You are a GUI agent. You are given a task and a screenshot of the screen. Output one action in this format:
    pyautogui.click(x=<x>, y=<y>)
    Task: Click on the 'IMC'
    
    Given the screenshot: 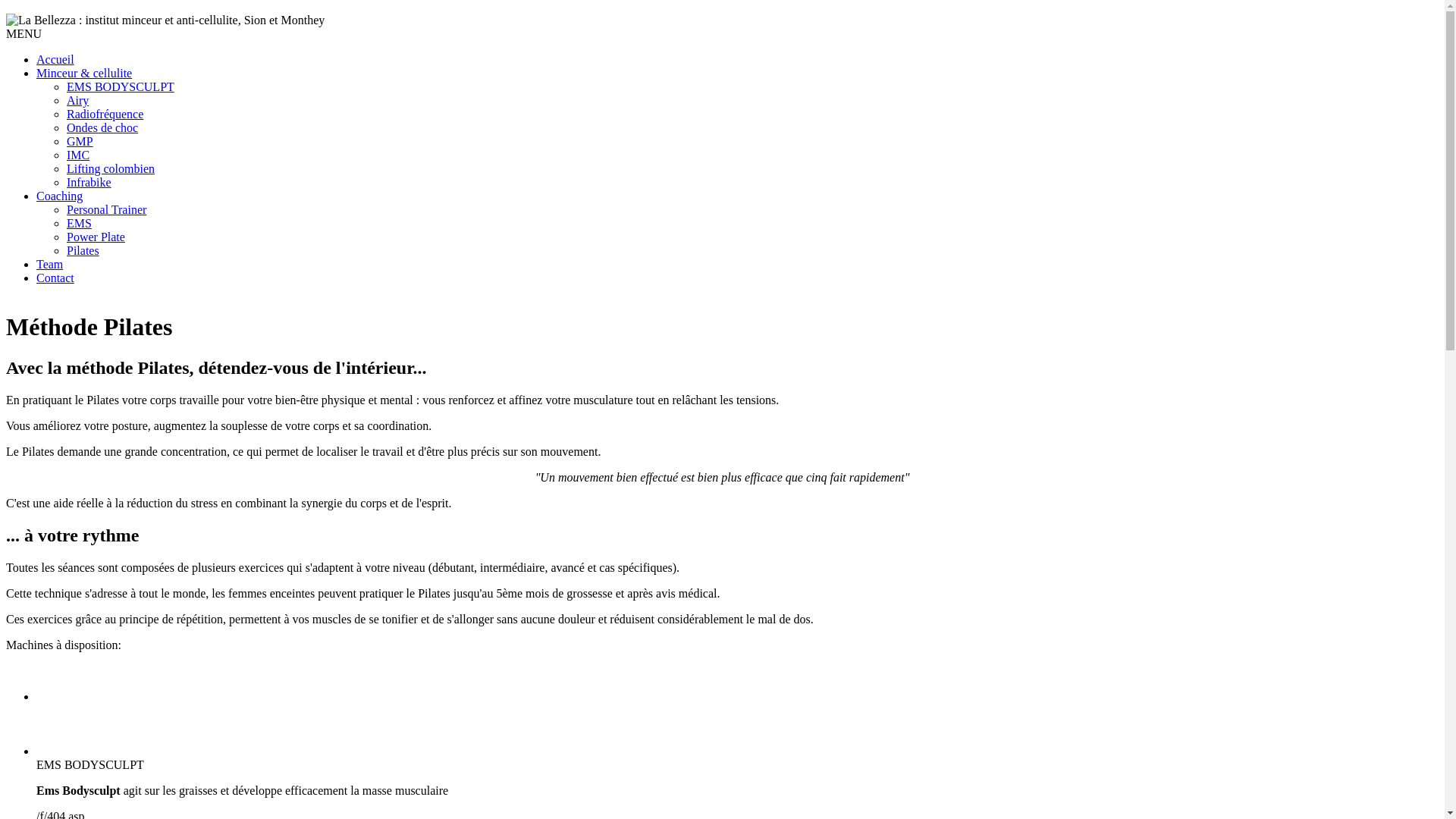 What is the action you would take?
    pyautogui.click(x=77, y=155)
    